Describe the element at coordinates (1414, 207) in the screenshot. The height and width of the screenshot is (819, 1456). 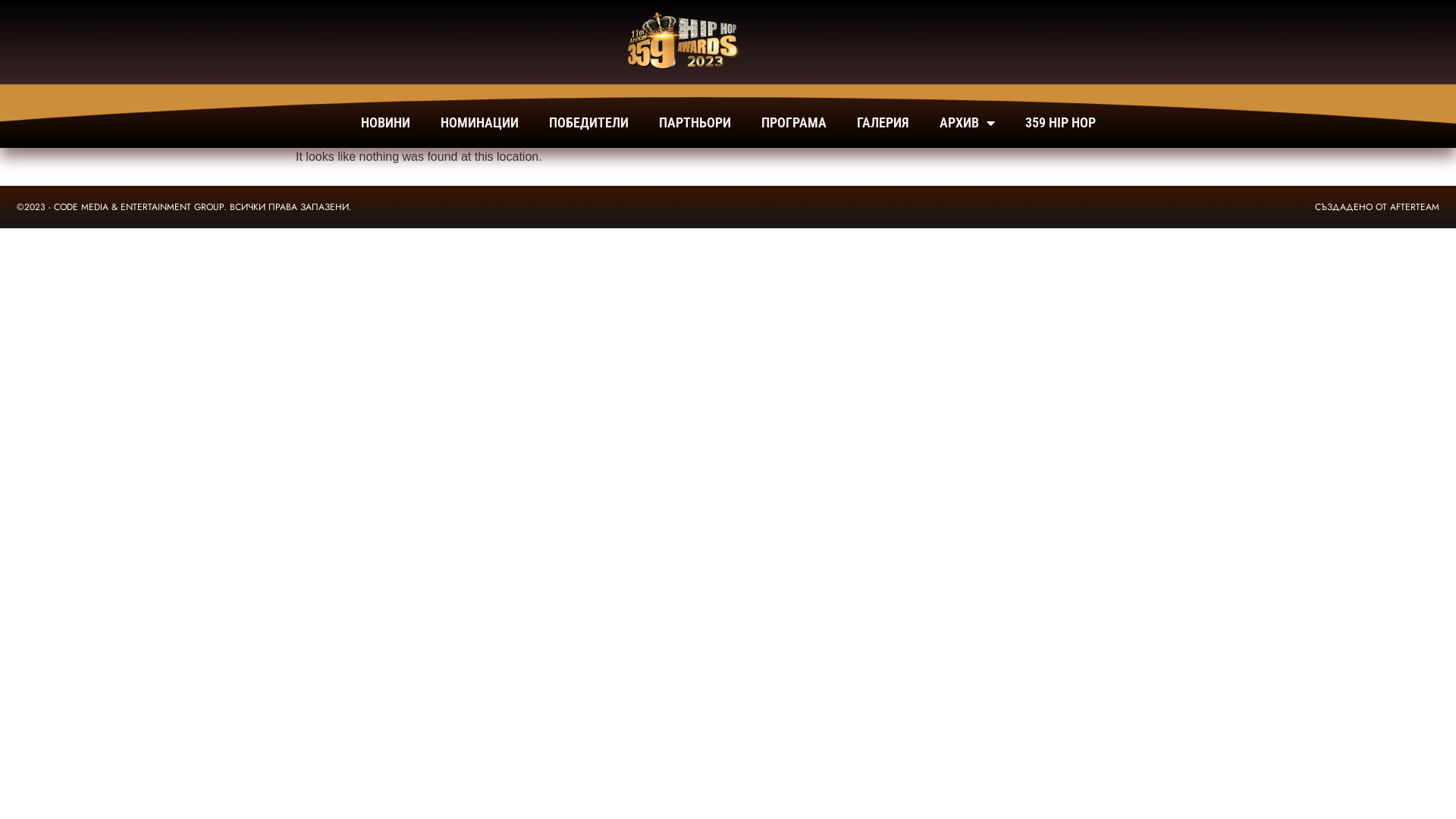
I see `'AFTERTEAM'` at that location.